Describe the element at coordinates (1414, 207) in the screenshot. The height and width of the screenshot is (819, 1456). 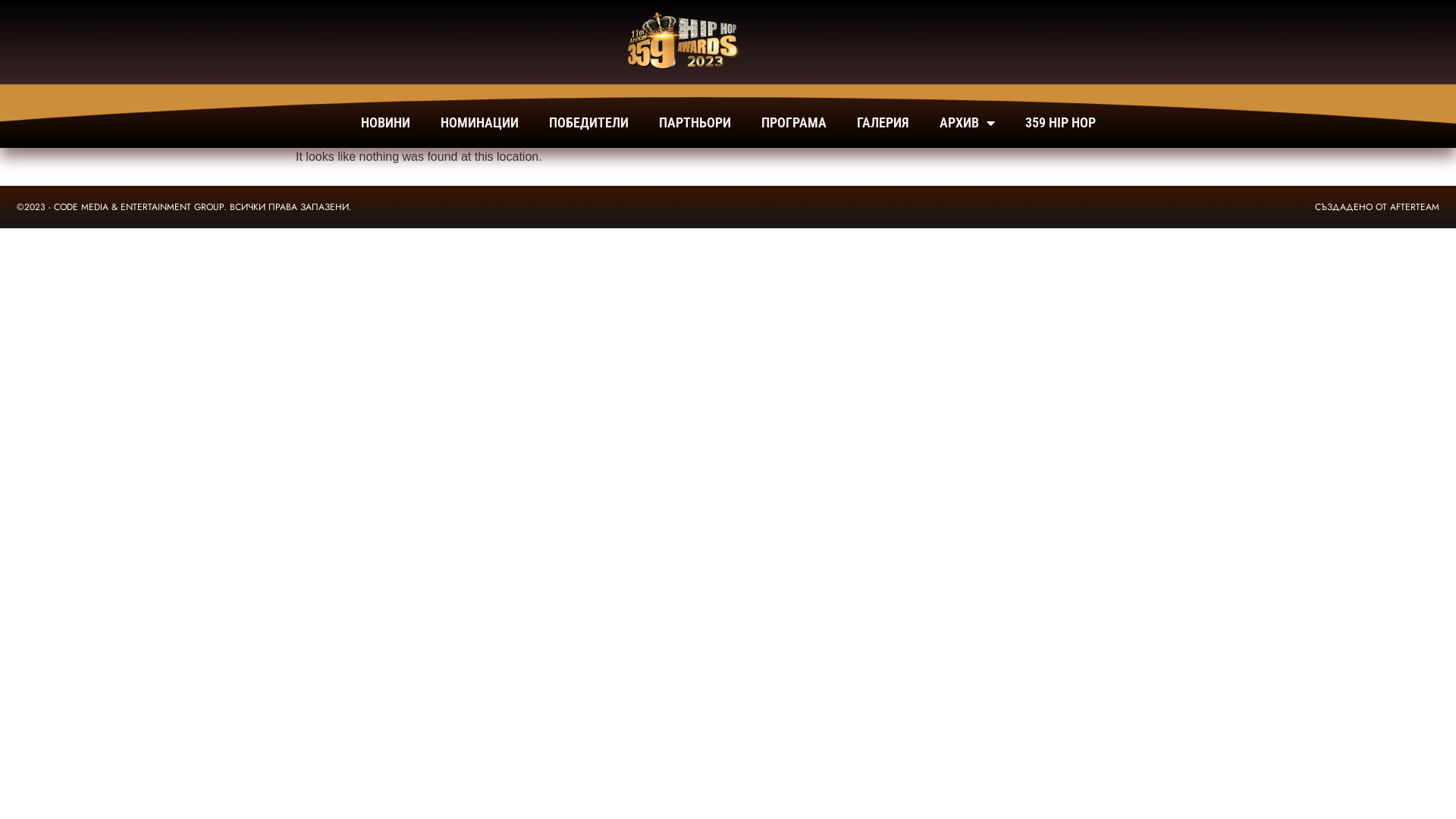
I see `'AFTERTEAM'` at that location.